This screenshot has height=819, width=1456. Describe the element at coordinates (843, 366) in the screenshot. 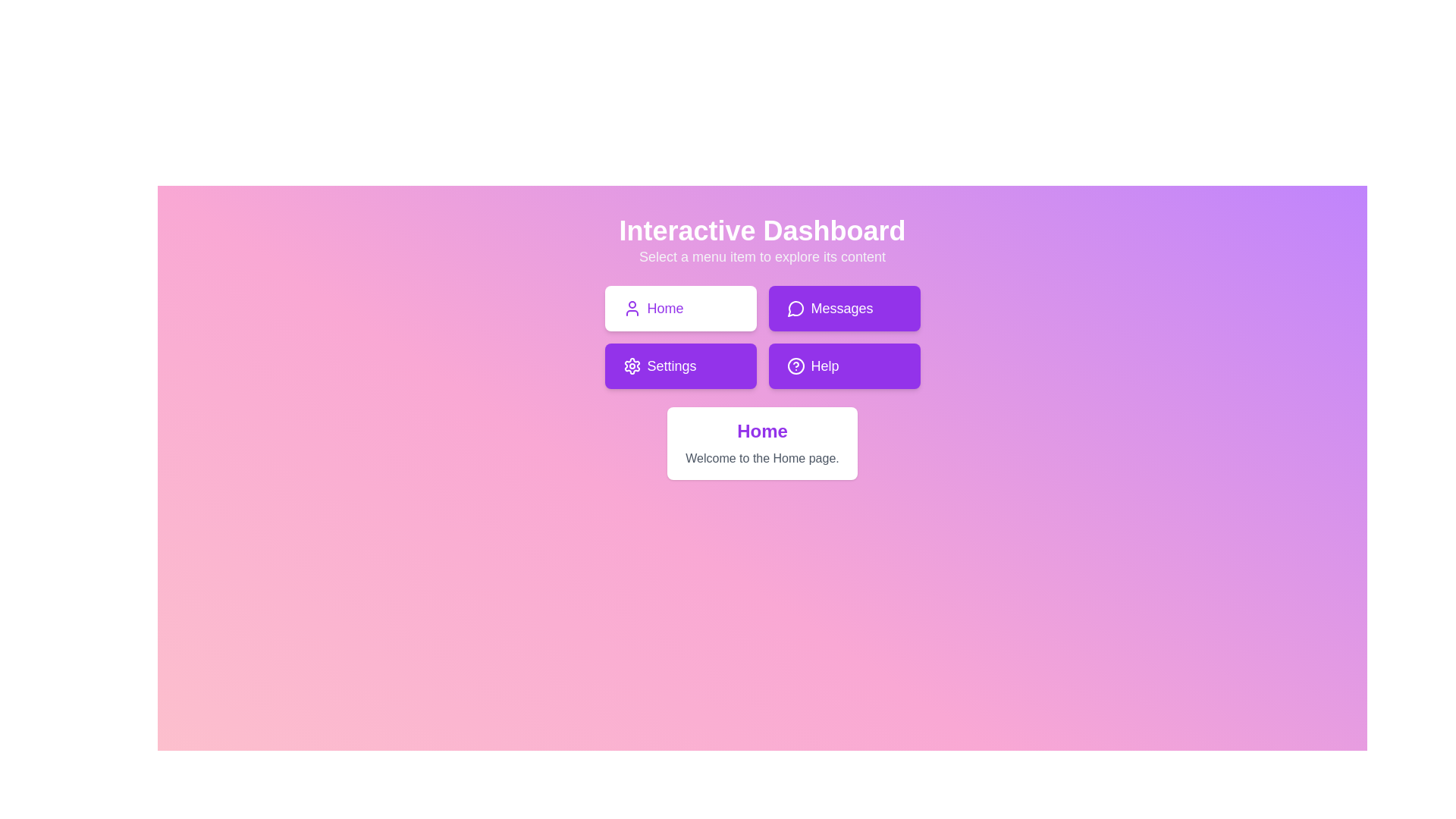

I see `the menu item Help by clicking on its corresponding button` at that location.